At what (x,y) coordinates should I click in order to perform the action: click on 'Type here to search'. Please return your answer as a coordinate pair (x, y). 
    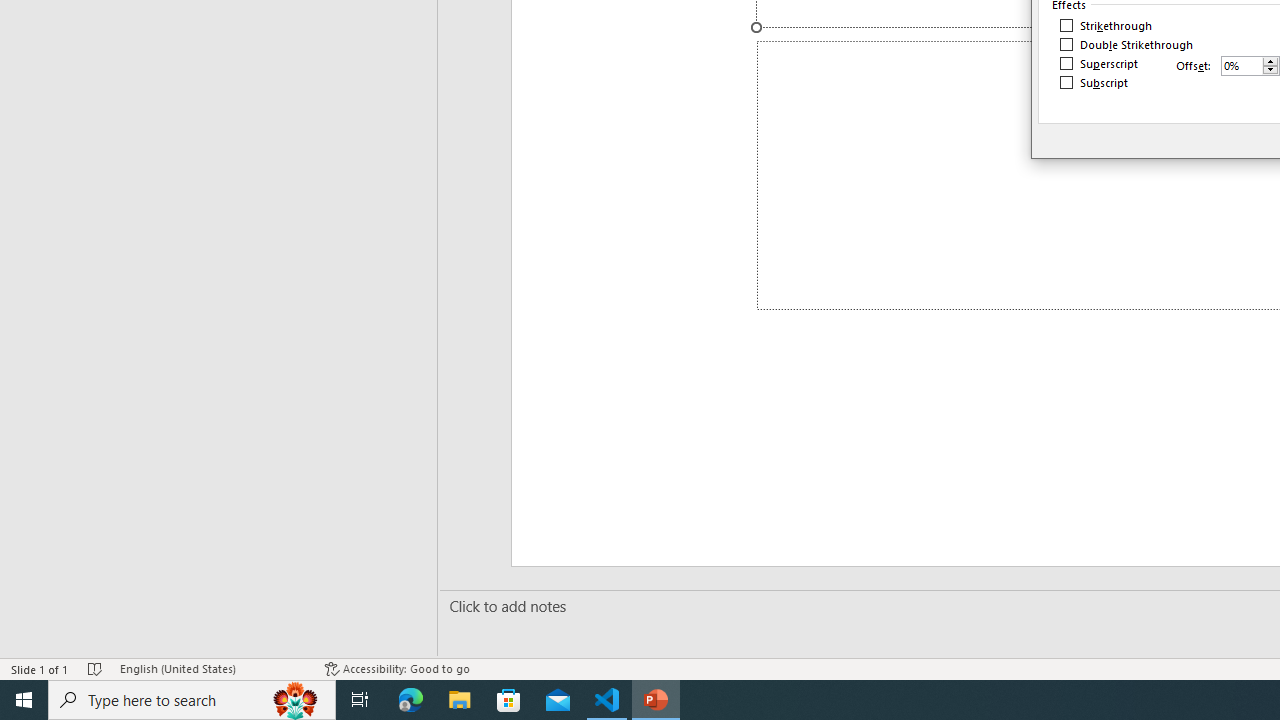
    Looking at the image, I should click on (192, 698).